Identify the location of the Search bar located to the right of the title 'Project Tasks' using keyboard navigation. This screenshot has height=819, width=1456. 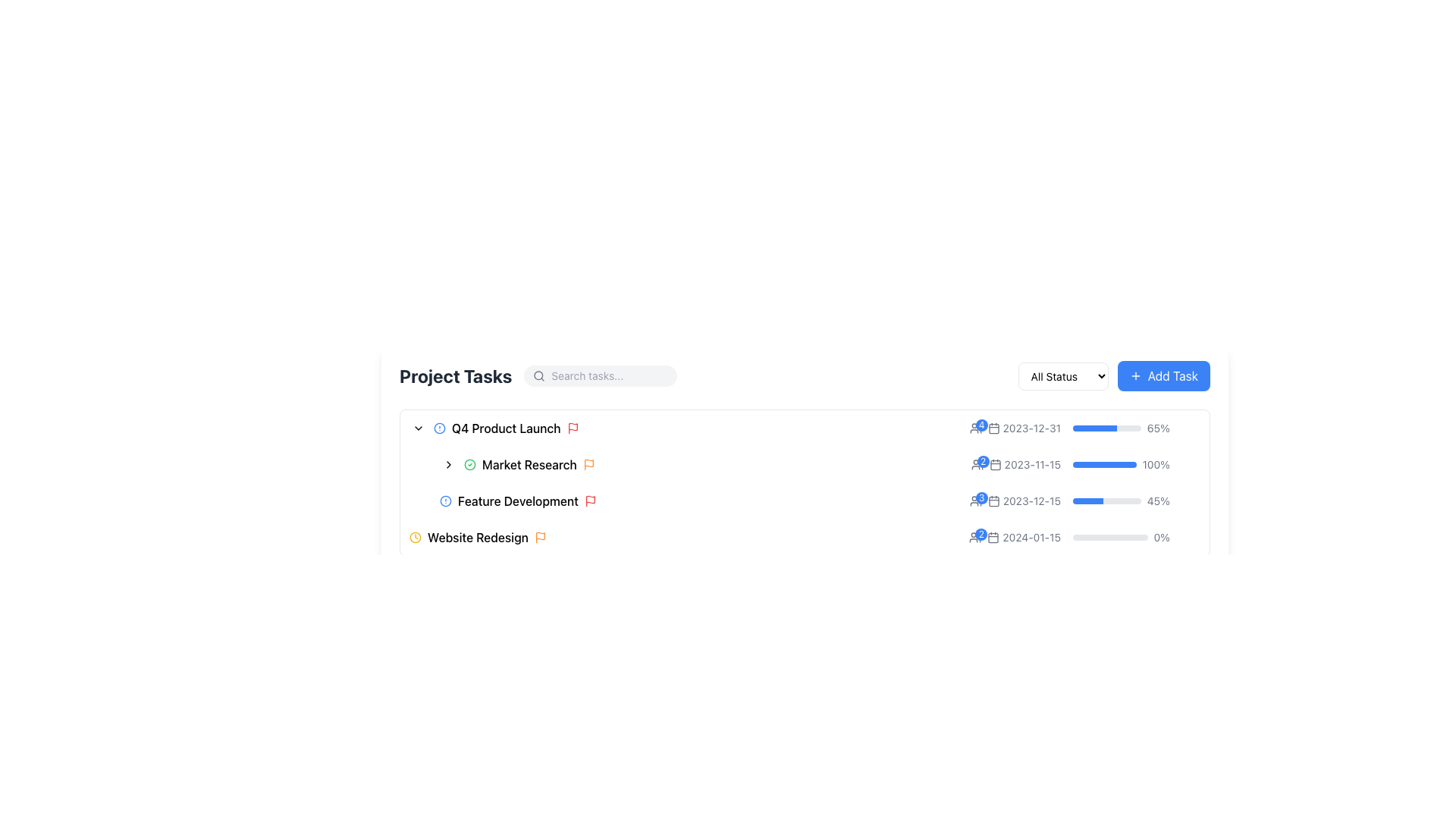
(600, 375).